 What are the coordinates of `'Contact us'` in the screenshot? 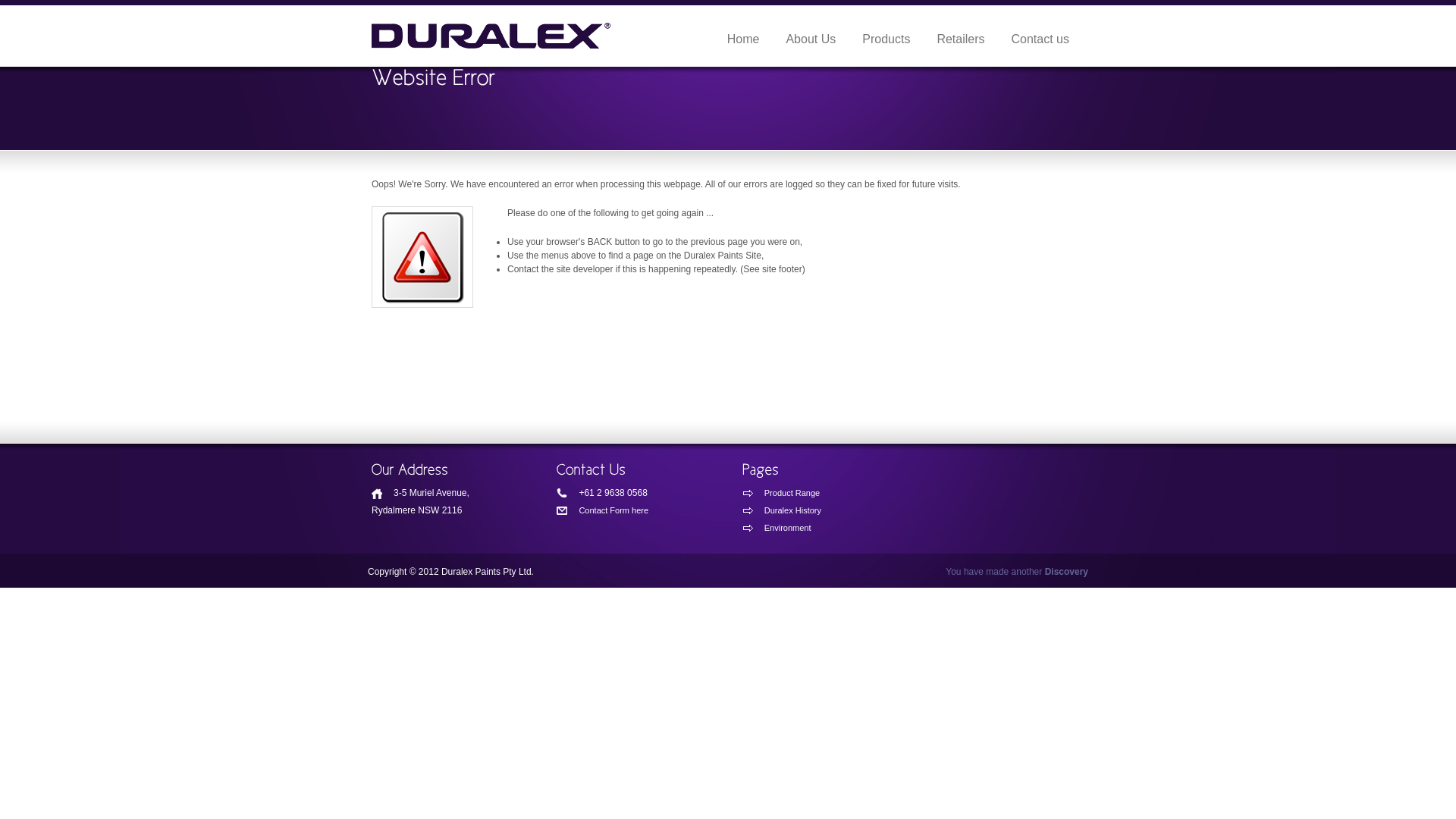 It's located at (1040, 39).